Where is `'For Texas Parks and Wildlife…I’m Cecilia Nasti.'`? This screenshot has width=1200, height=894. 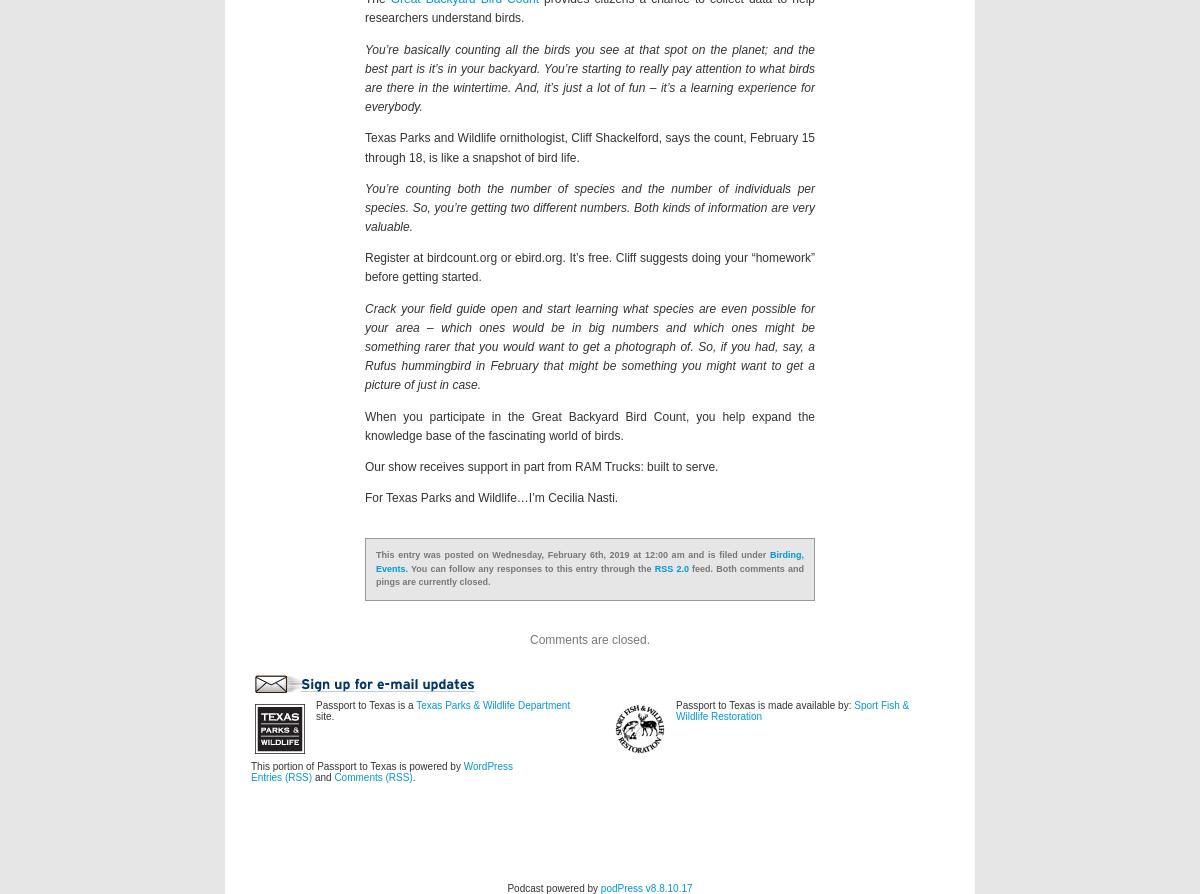 'For Texas Parks and Wildlife…I’m Cecilia Nasti.' is located at coordinates (365, 497).